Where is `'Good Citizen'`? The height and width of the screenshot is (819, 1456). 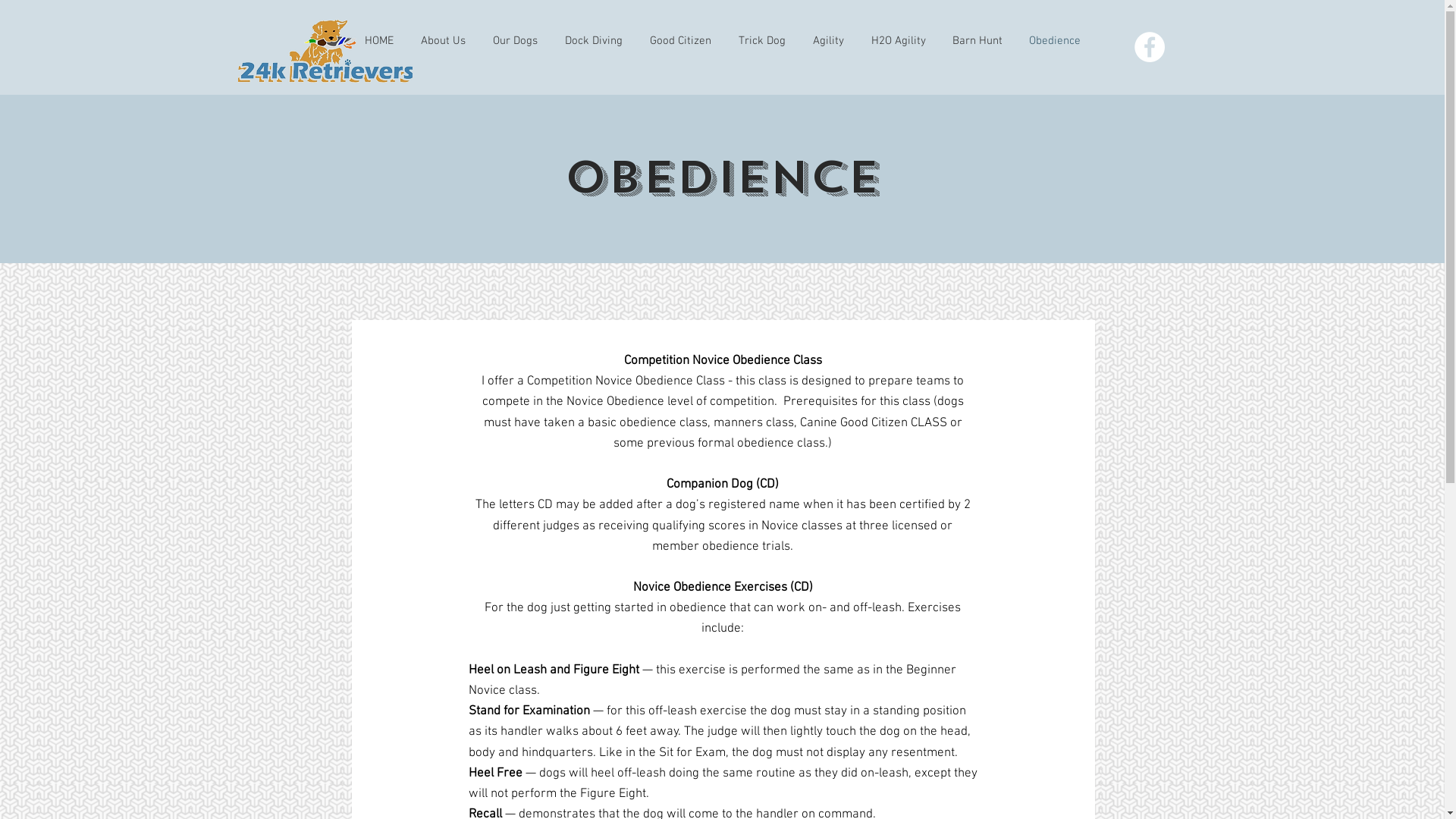 'Good Citizen' is located at coordinates (679, 40).